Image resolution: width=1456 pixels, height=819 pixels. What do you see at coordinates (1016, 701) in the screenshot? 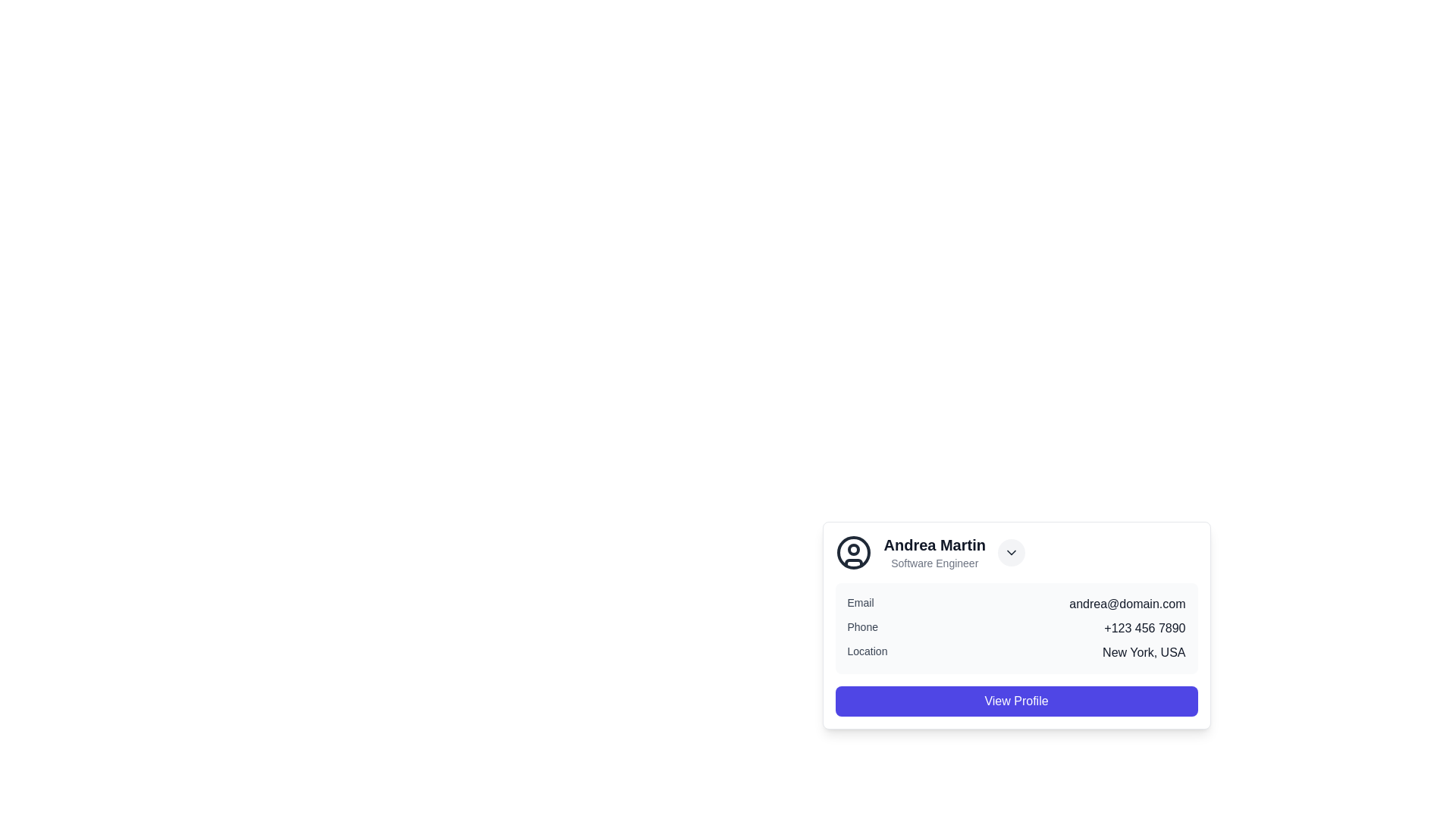
I see `the 'View Profile' button located at the bottom center of the card containing details of Andrea Martin` at bounding box center [1016, 701].